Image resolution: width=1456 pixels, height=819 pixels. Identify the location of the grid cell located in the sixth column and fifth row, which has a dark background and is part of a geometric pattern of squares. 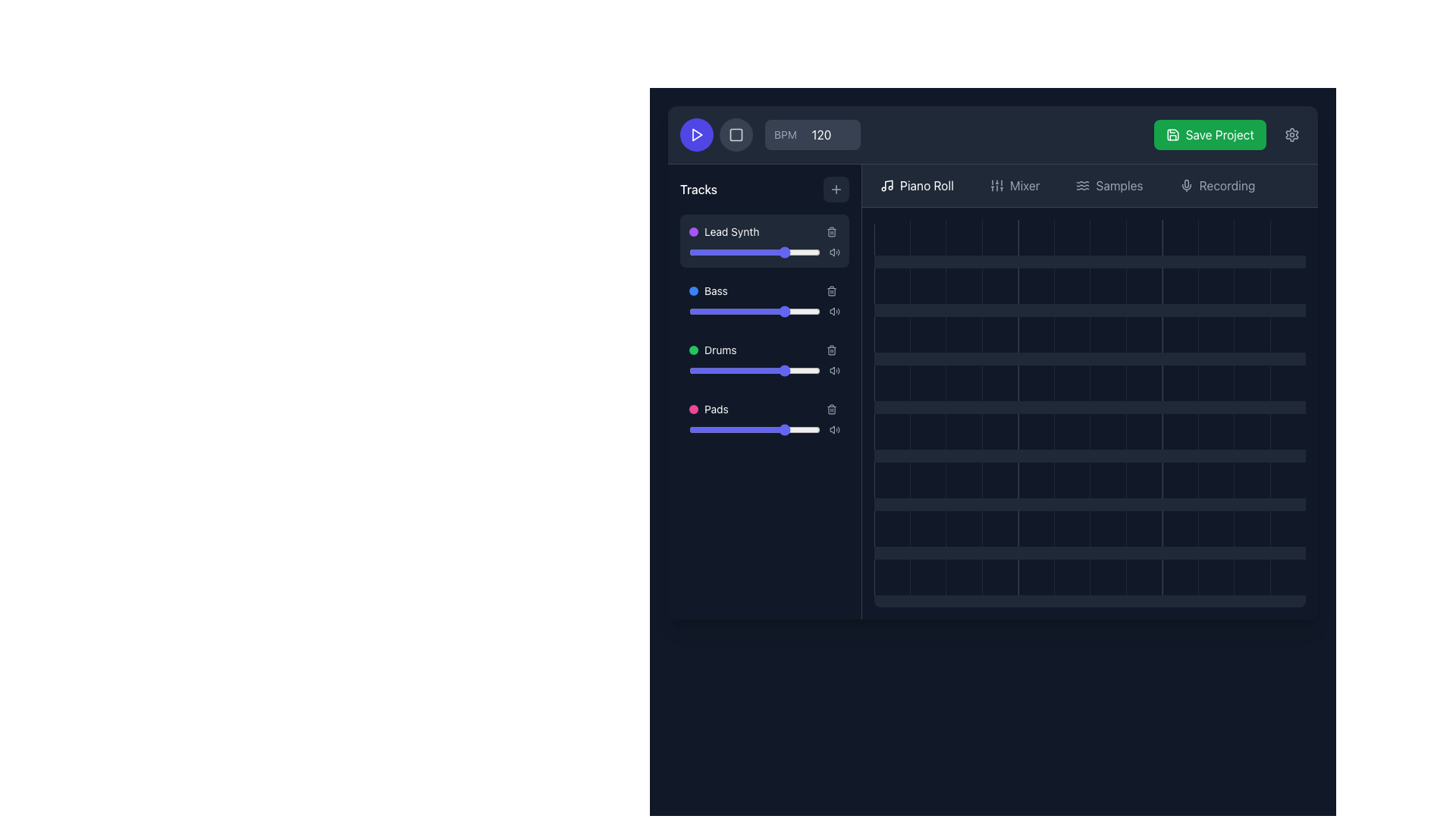
(1071, 480).